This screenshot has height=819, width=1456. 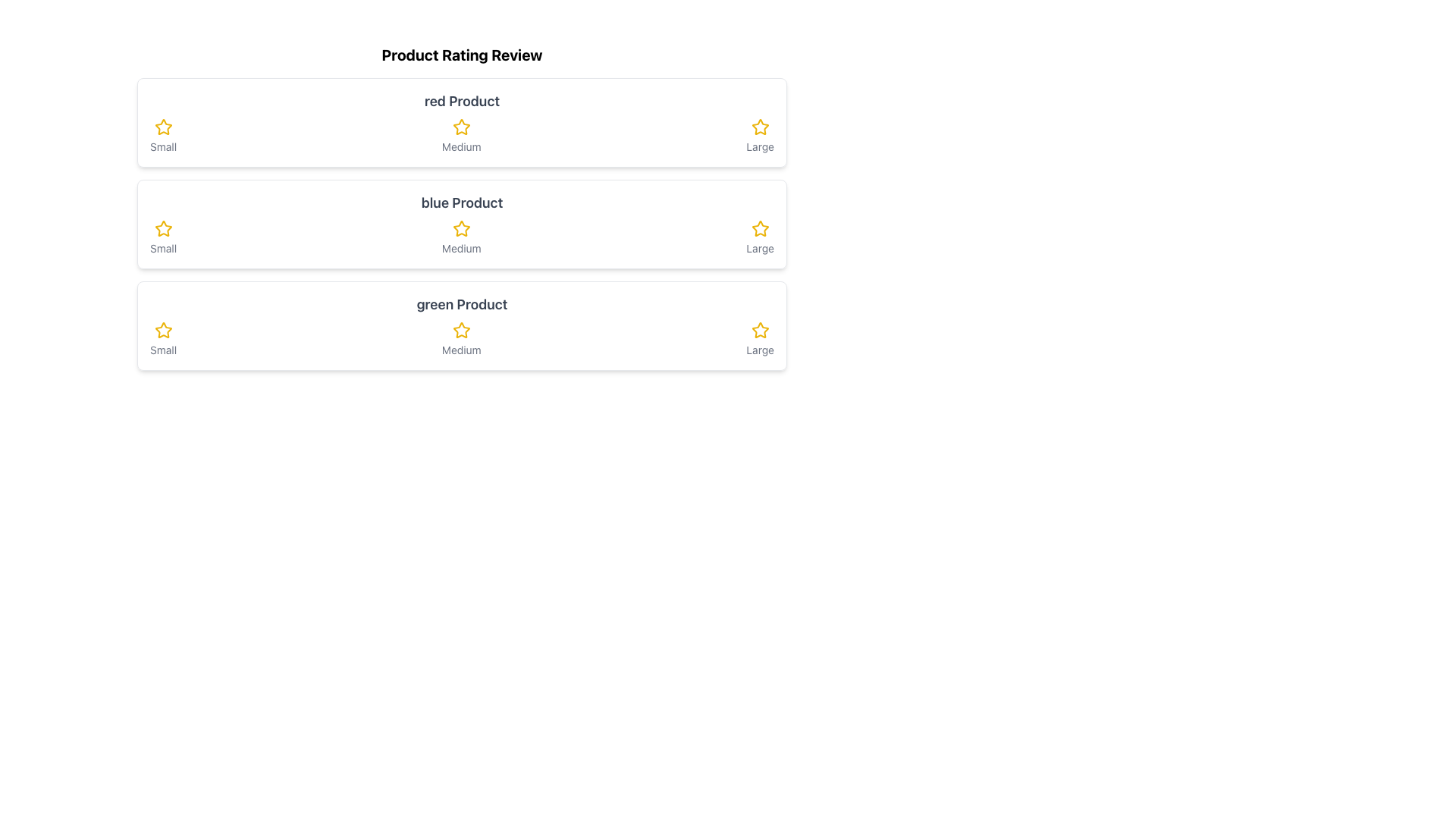 What do you see at coordinates (460, 329) in the screenshot?
I see `the star icon with a yellow outline representing the rating feature in the 'green Product' section under the 'Medium' rating category` at bounding box center [460, 329].